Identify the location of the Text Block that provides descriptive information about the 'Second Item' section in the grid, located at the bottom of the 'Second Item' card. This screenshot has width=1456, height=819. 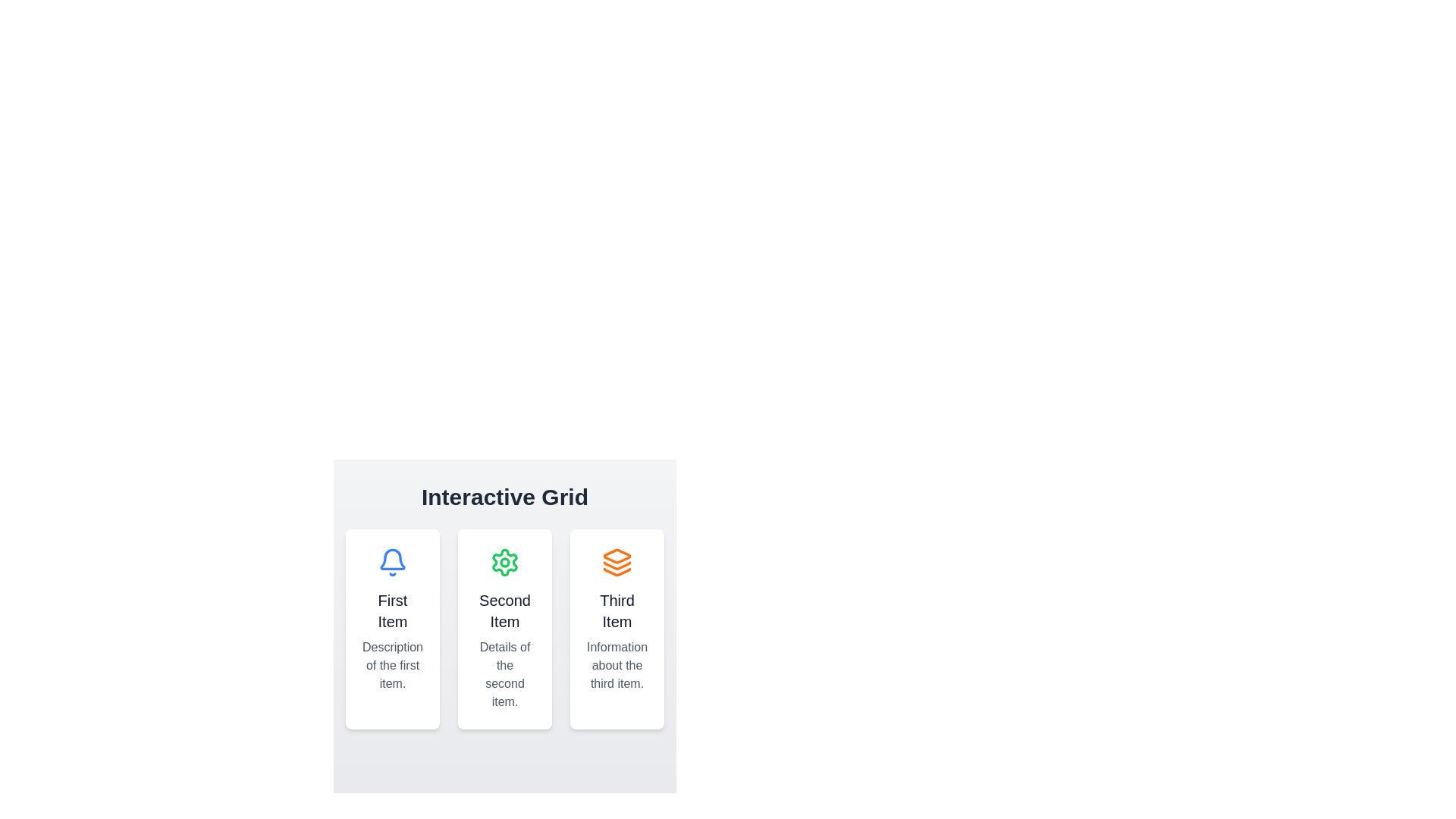
(505, 674).